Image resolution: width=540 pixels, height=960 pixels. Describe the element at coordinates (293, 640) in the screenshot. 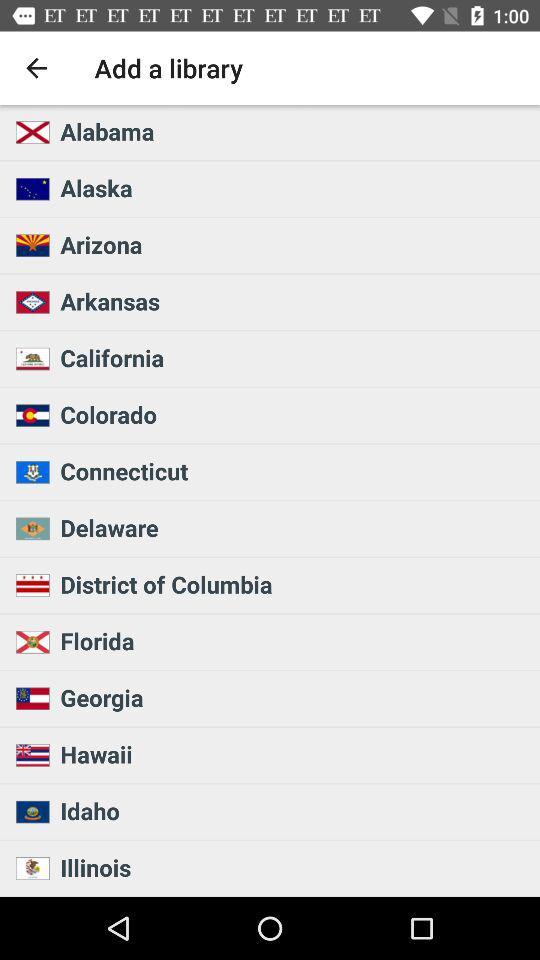

I see `the icon below the district of columbia` at that location.